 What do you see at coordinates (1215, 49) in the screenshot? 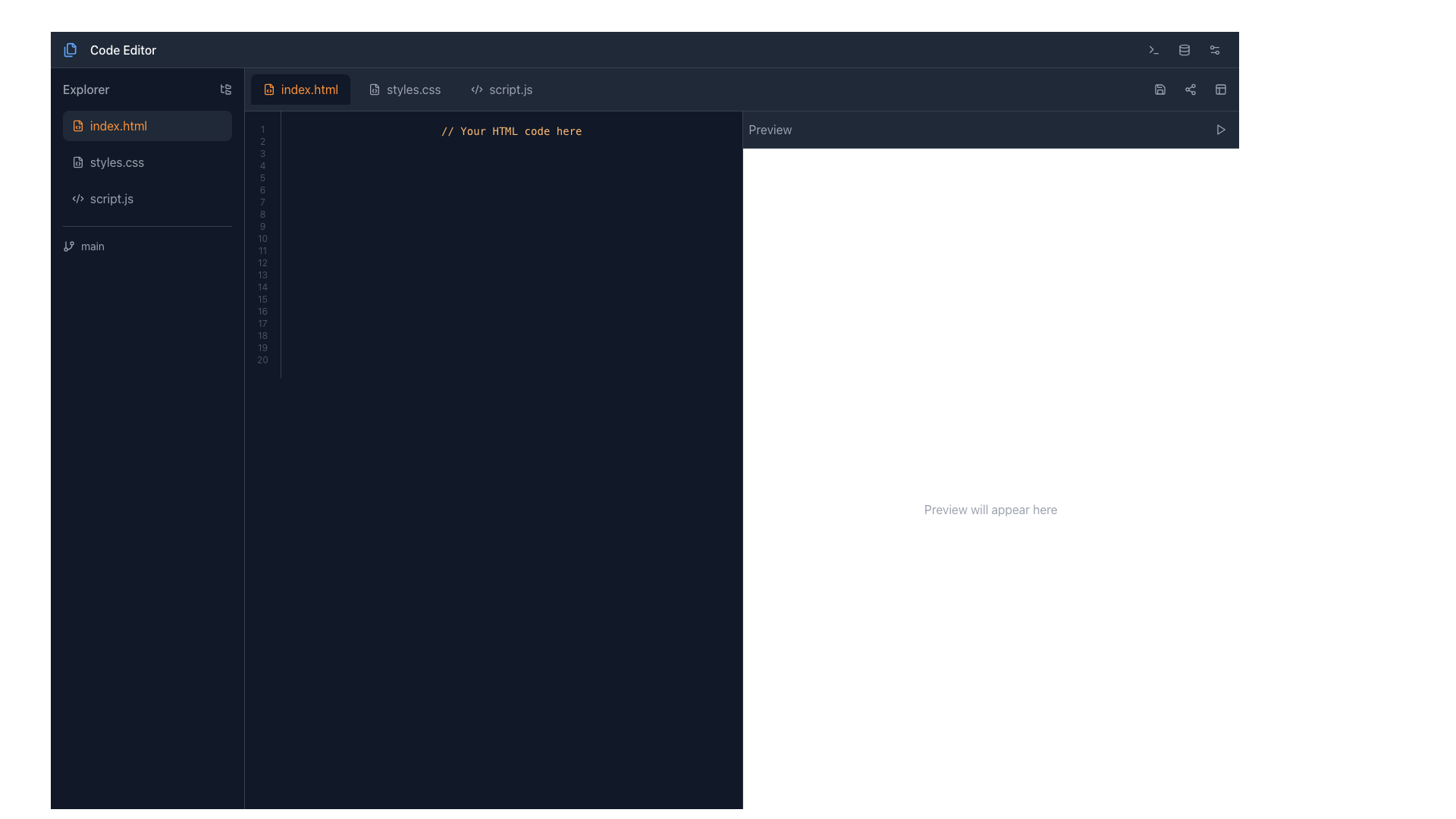
I see `the settings menu button, which is a small icon resembling two interconnecting lines with a bordered circular background, located in the top-right corner of the interface` at bounding box center [1215, 49].